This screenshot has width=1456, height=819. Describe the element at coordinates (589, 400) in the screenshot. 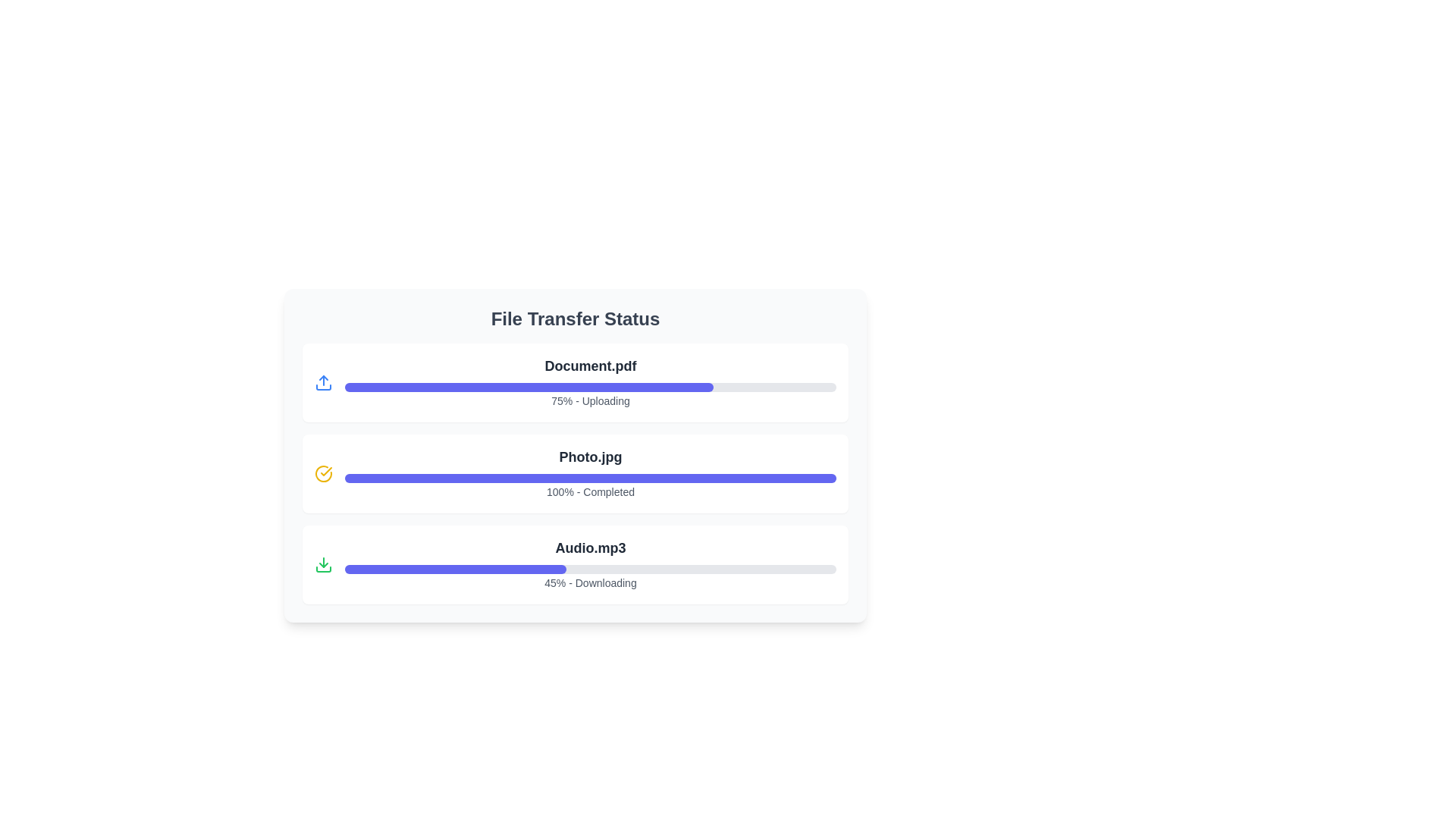

I see `the line of text reading '75% - Uploading' located beneath the file name and progress bar for the file labeled 'Document.pdf'` at that location.